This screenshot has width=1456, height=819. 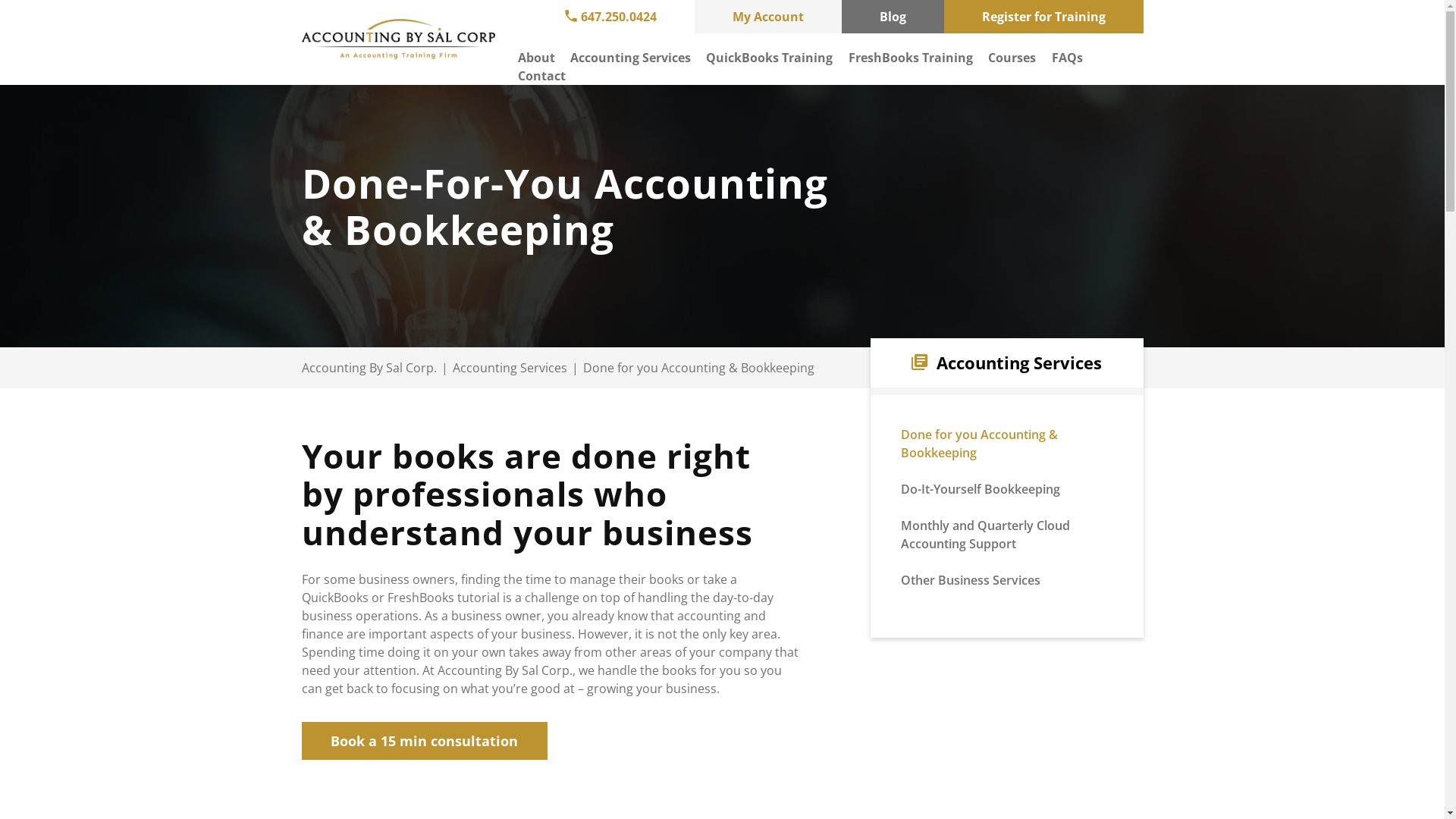 What do you see at coordinates (694, 17) in the screenshot?
I see `'My Account'` at bounding box center [694, 17].